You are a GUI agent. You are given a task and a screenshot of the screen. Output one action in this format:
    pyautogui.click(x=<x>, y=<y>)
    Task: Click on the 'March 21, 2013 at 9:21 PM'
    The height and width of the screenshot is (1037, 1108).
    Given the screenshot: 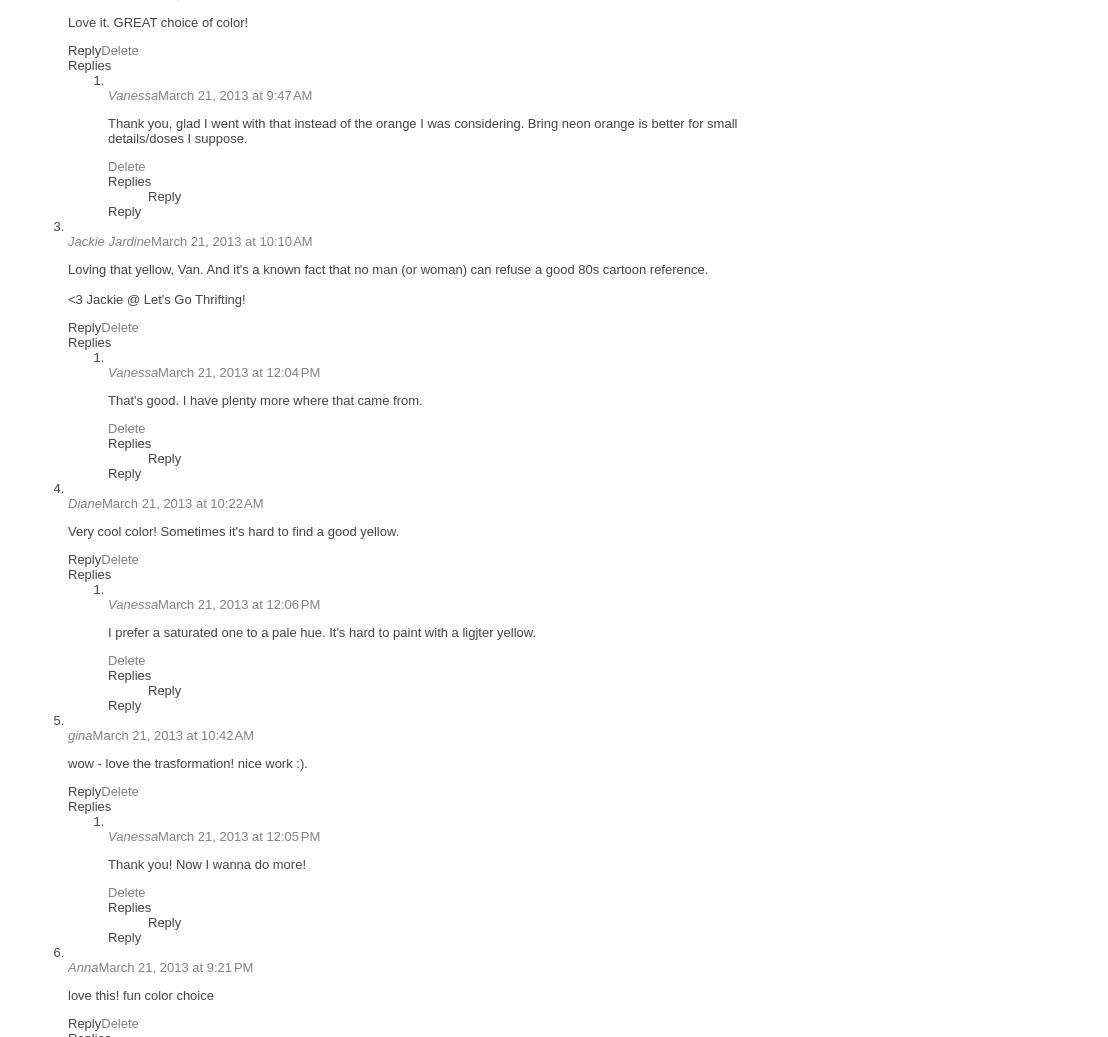 What is the action you would take?
    pyautogui.click(x=174, y=967)
    